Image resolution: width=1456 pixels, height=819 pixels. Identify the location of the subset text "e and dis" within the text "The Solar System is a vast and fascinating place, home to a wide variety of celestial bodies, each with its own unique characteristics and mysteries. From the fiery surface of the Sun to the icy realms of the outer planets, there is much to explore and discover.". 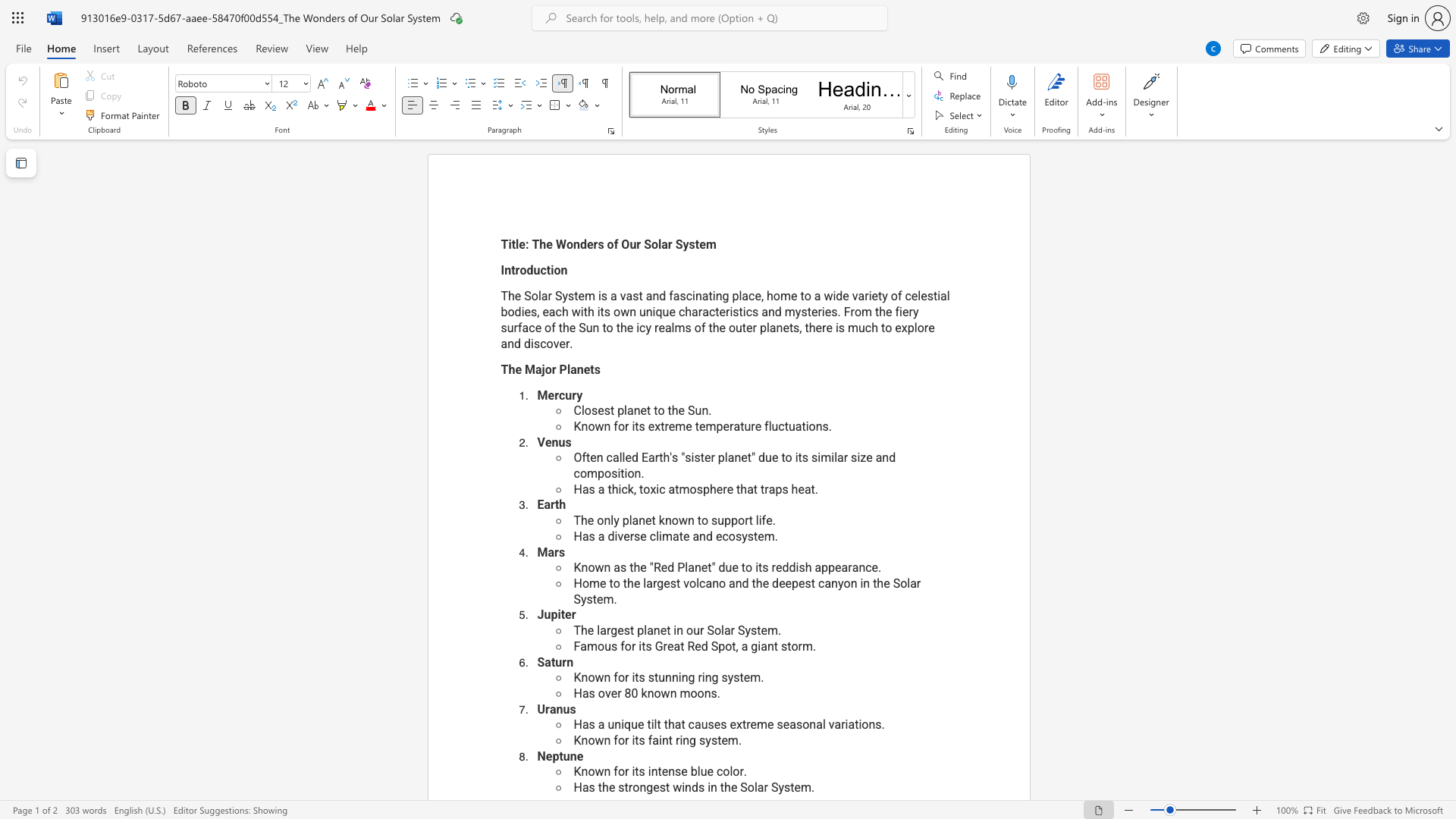
(927, 327).